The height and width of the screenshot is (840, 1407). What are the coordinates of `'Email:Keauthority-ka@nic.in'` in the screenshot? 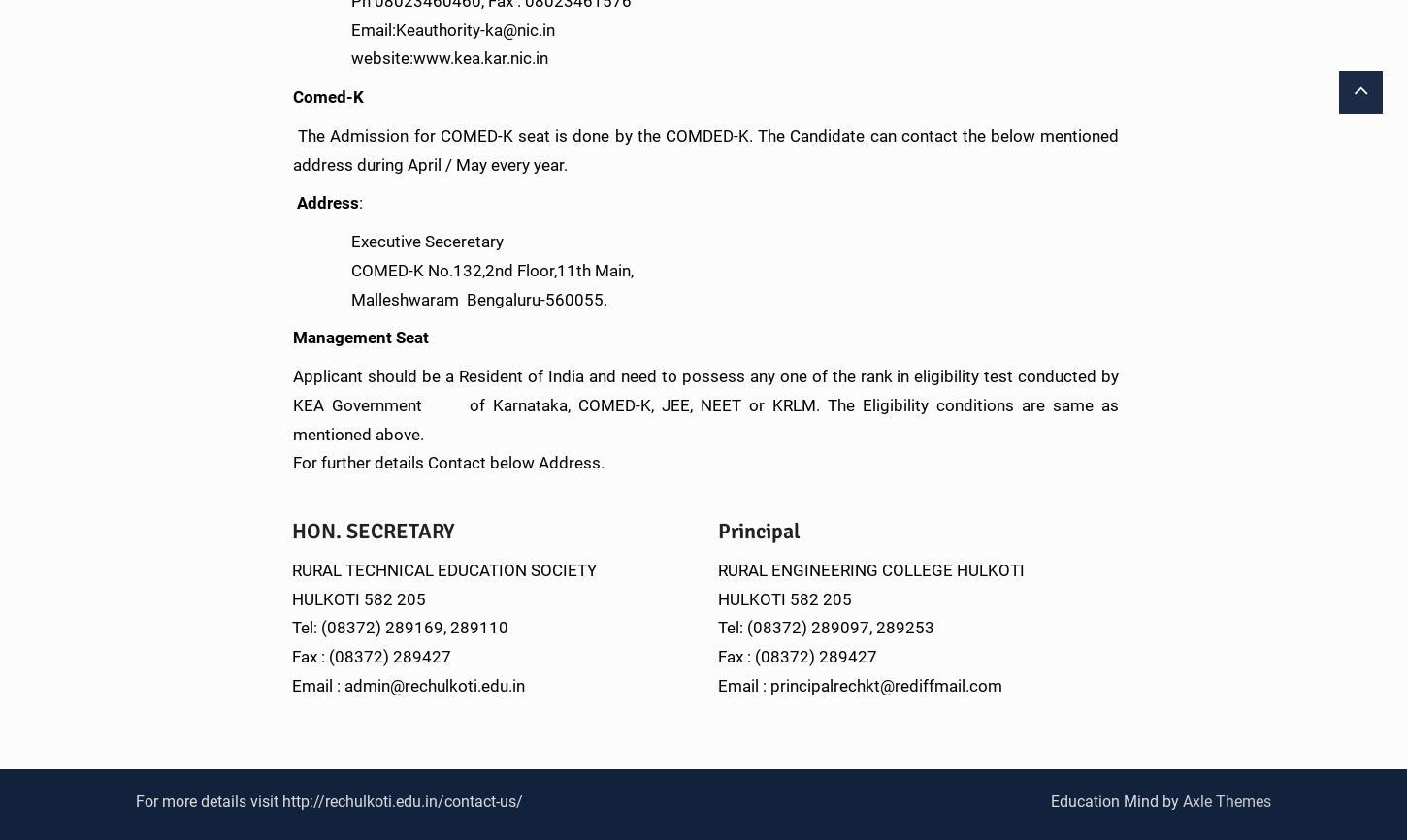 It's located at (293, 28).